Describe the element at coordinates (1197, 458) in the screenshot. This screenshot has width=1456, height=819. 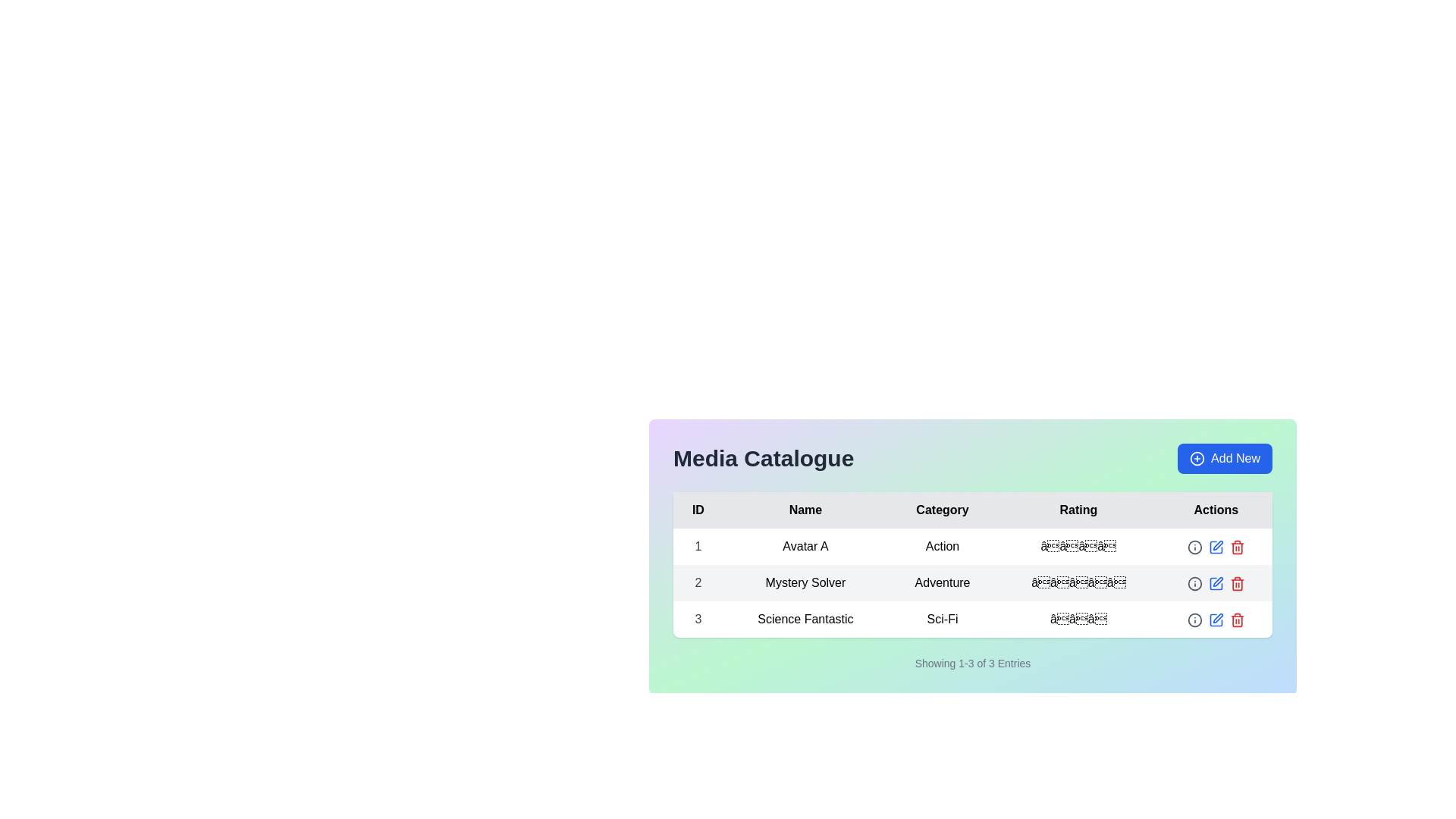
I see `the outermost circular shape of the 'Add New' button located at the top right corner of the media catalog interface` at that location.